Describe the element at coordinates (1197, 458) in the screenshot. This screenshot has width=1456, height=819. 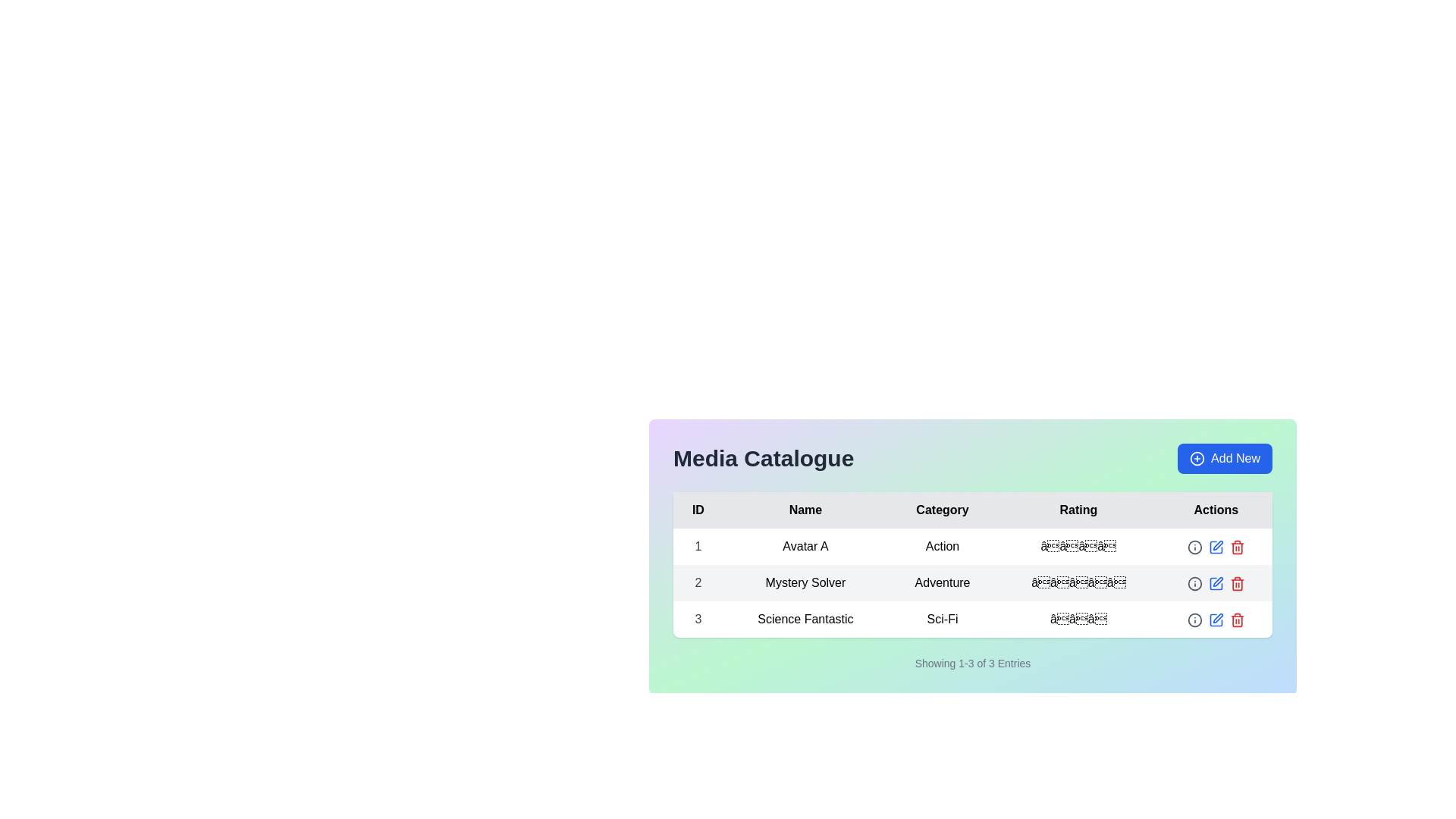
I see `the outermost circular shape of the 'Add New' button located at the top right corner of the media catalog interface` at that location.